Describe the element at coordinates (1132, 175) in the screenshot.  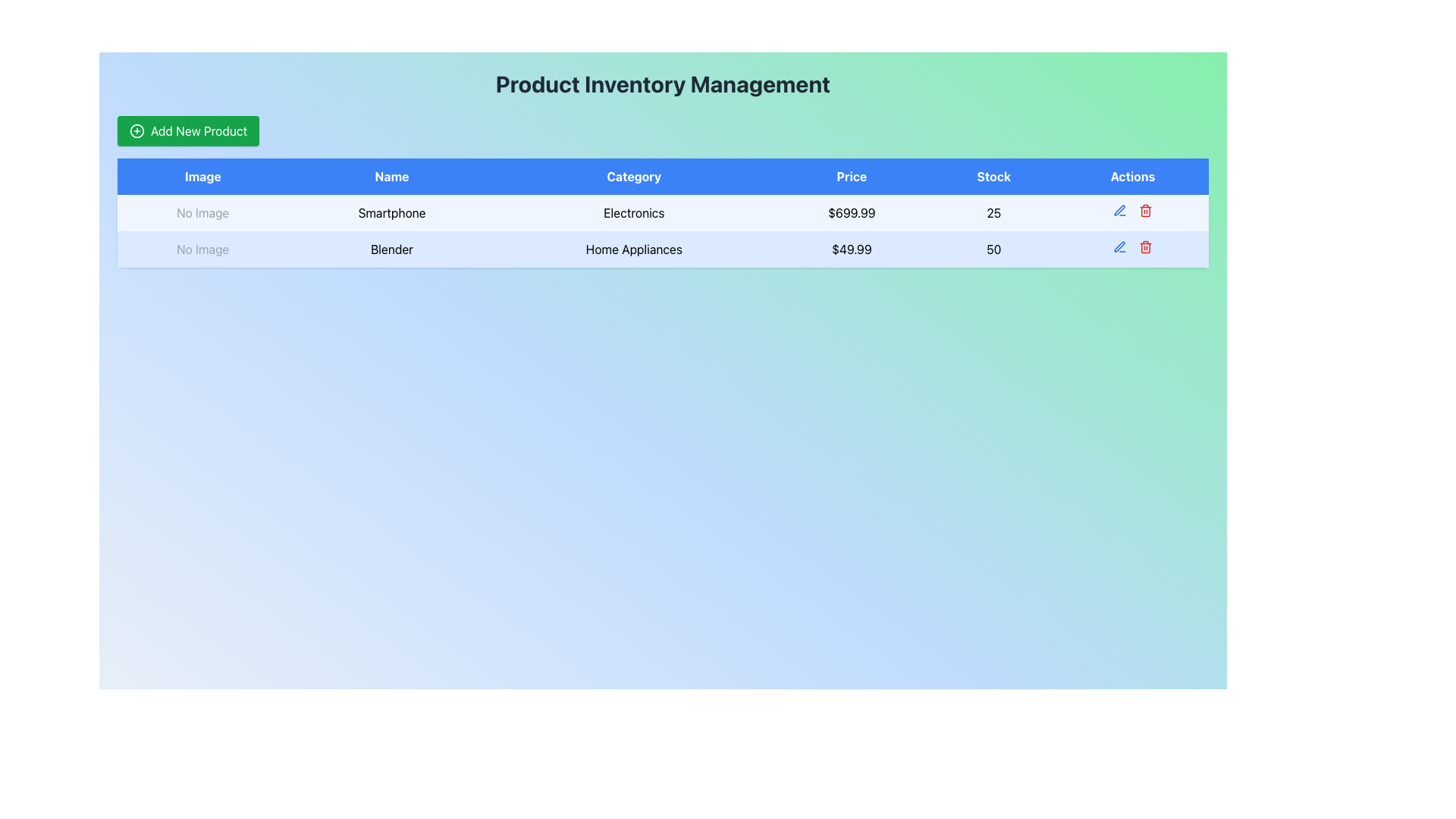
I see `the 'Actions' header section in the table with a blue background and white text, located at the top-right corner of the table header row` at that location.